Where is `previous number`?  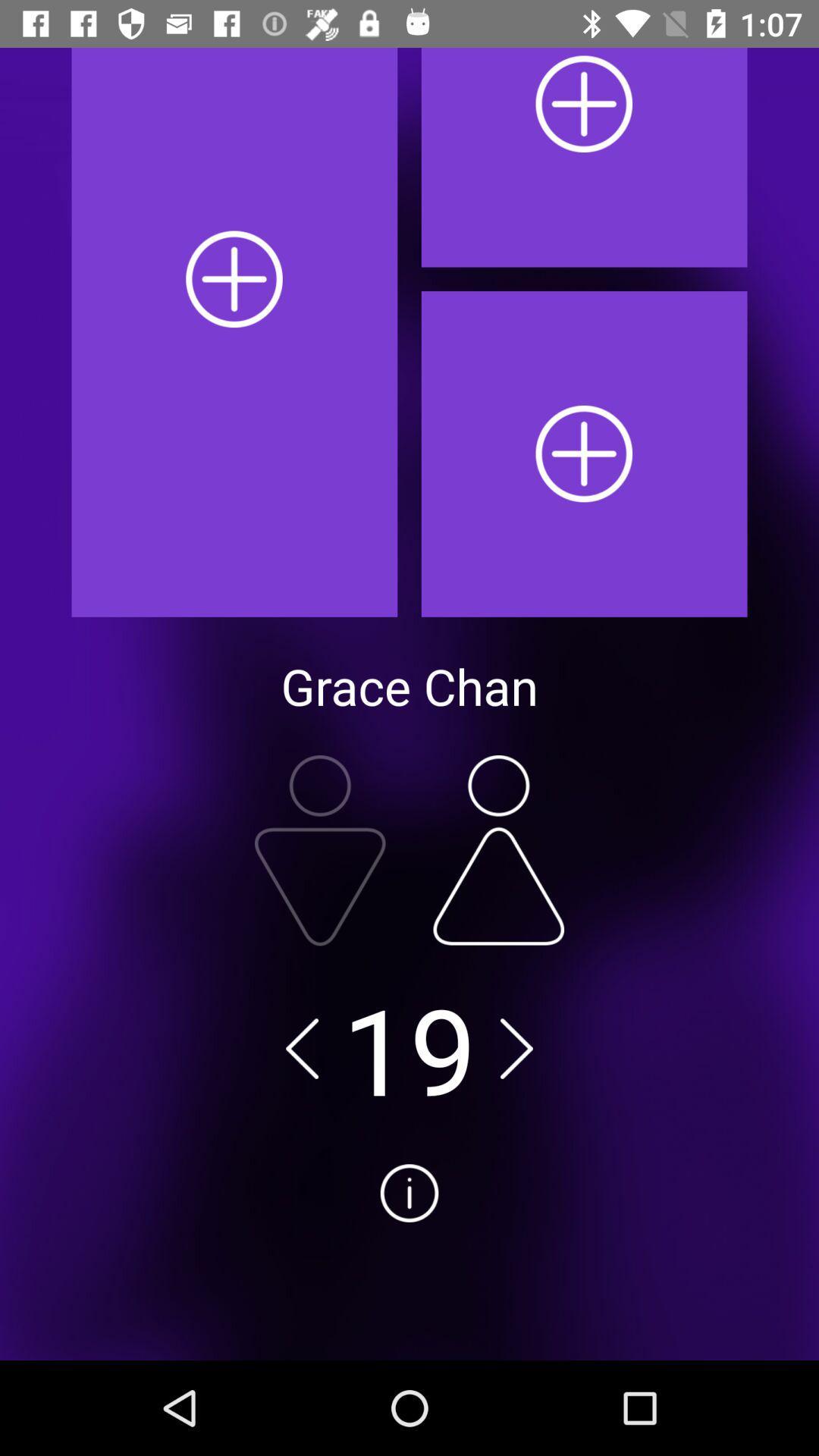 previous number is located at coordinates (302, 1047).